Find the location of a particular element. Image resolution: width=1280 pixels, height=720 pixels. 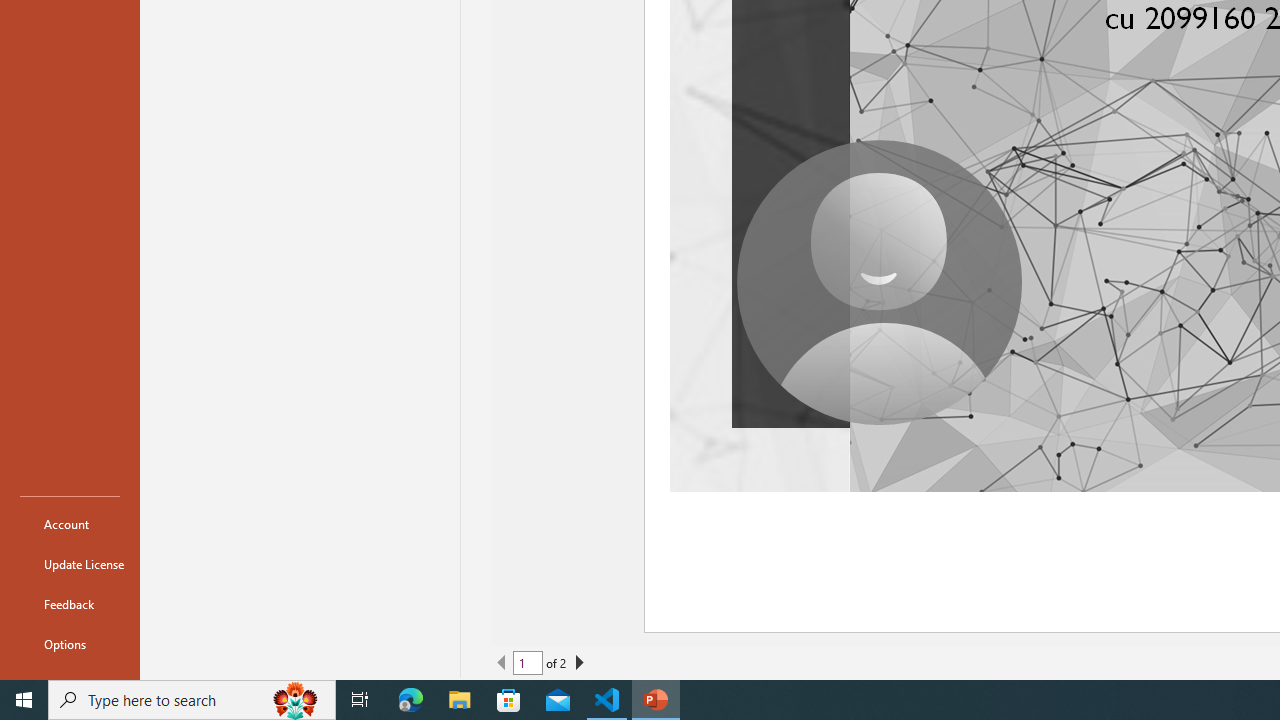

'Update License' is located at coordinates (69, 564).